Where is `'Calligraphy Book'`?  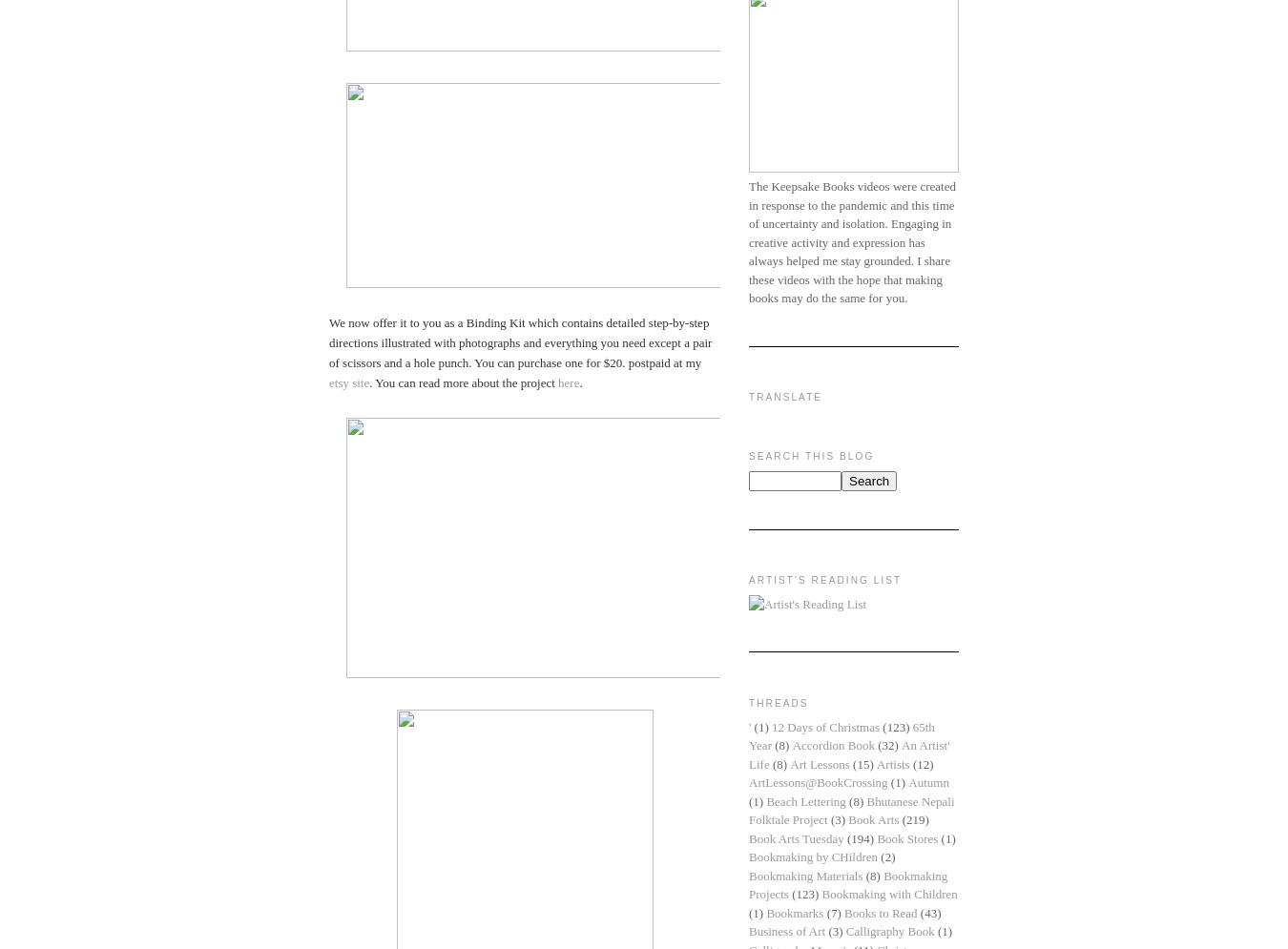
'Calligraphy Book' is located at coordinates (888, 930).